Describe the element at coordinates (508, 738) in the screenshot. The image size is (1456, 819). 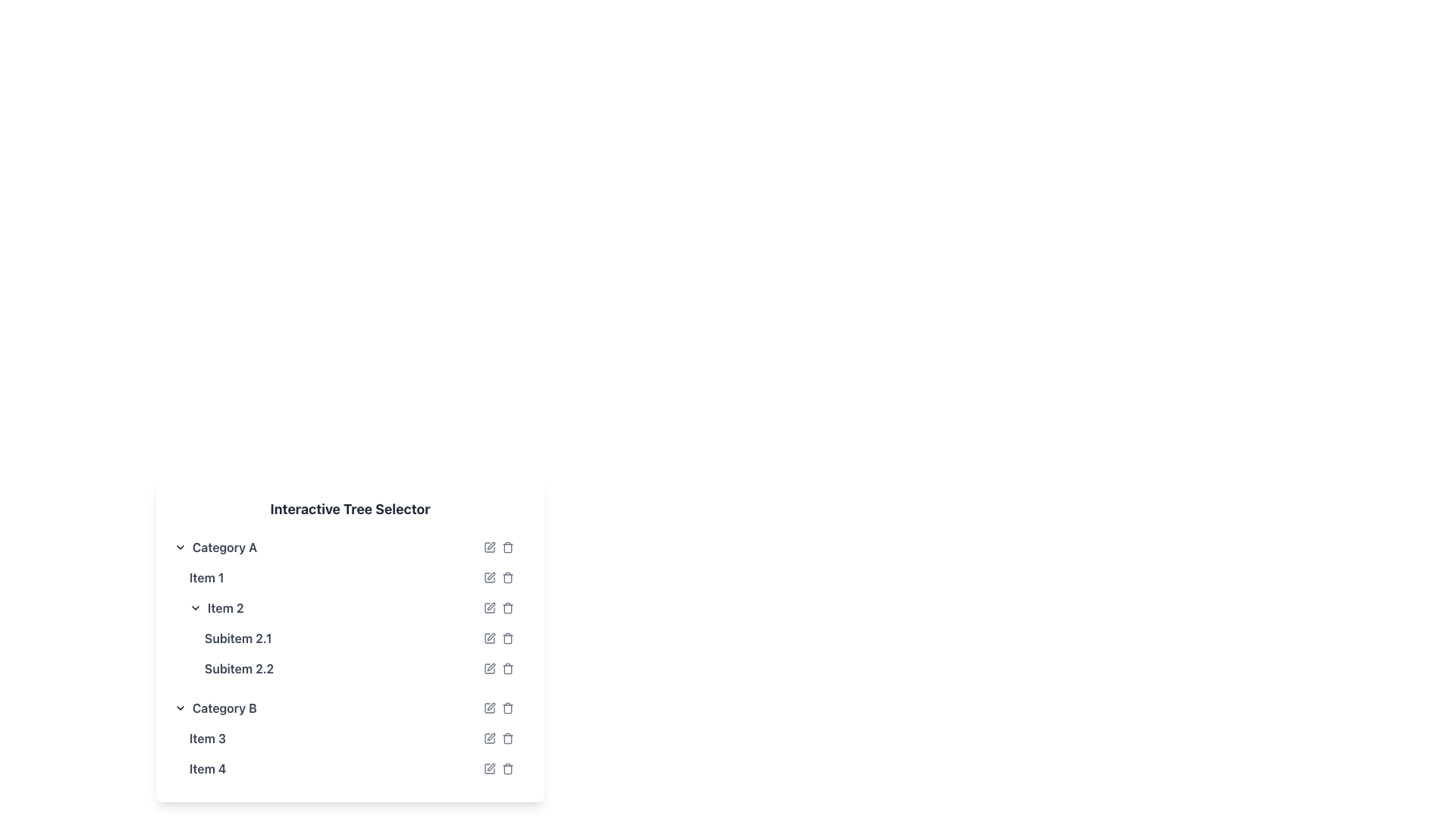
I see `the trash can icon` at that location.